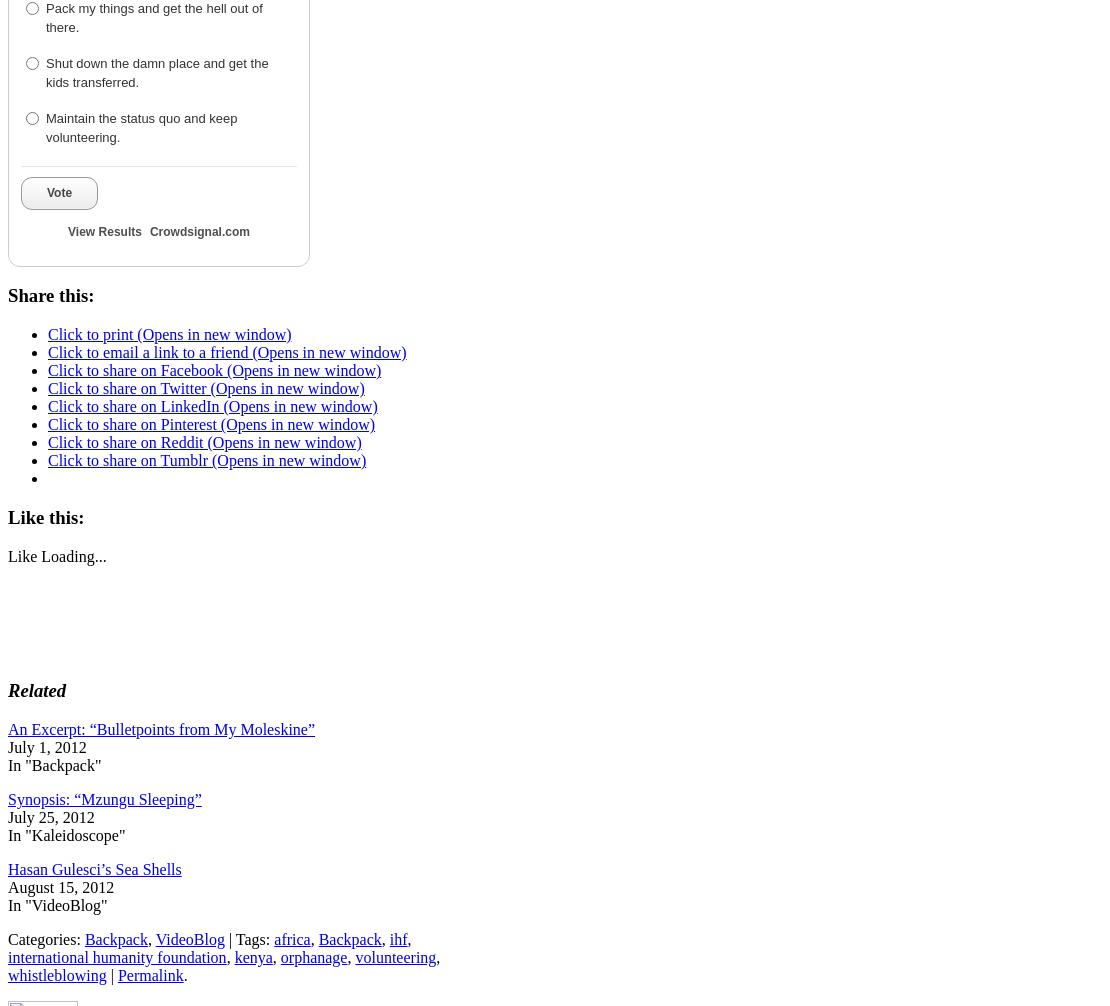  Describe the element at coordinates (205, 387) in the screenshot. I see `'Click to share on Twitter (Opens in new window)'` at that location.